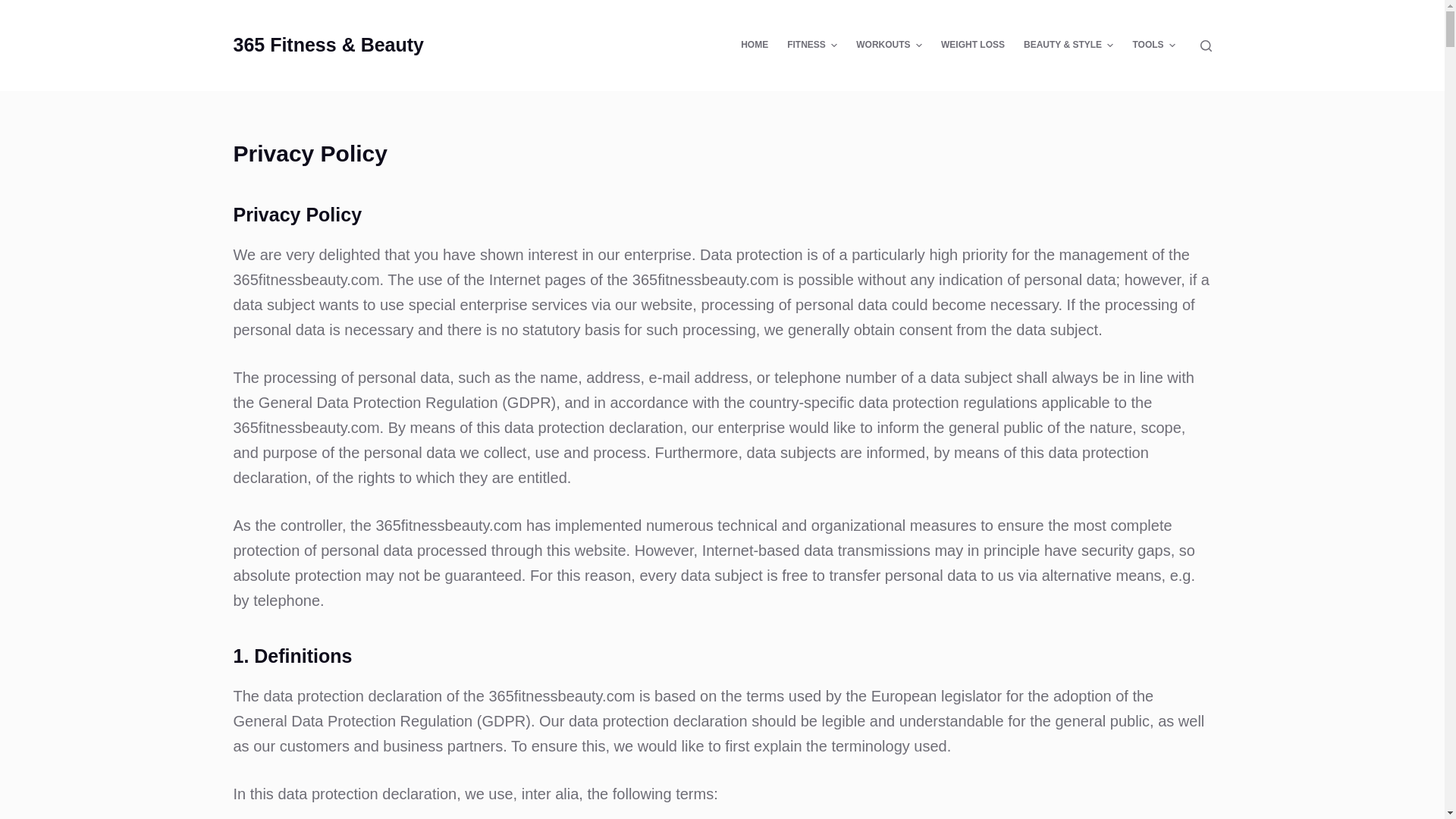 Image resolution: width=1456 pixels, height=819 pixels. I want to click on 'WORKOUTS', so click(846, 45).